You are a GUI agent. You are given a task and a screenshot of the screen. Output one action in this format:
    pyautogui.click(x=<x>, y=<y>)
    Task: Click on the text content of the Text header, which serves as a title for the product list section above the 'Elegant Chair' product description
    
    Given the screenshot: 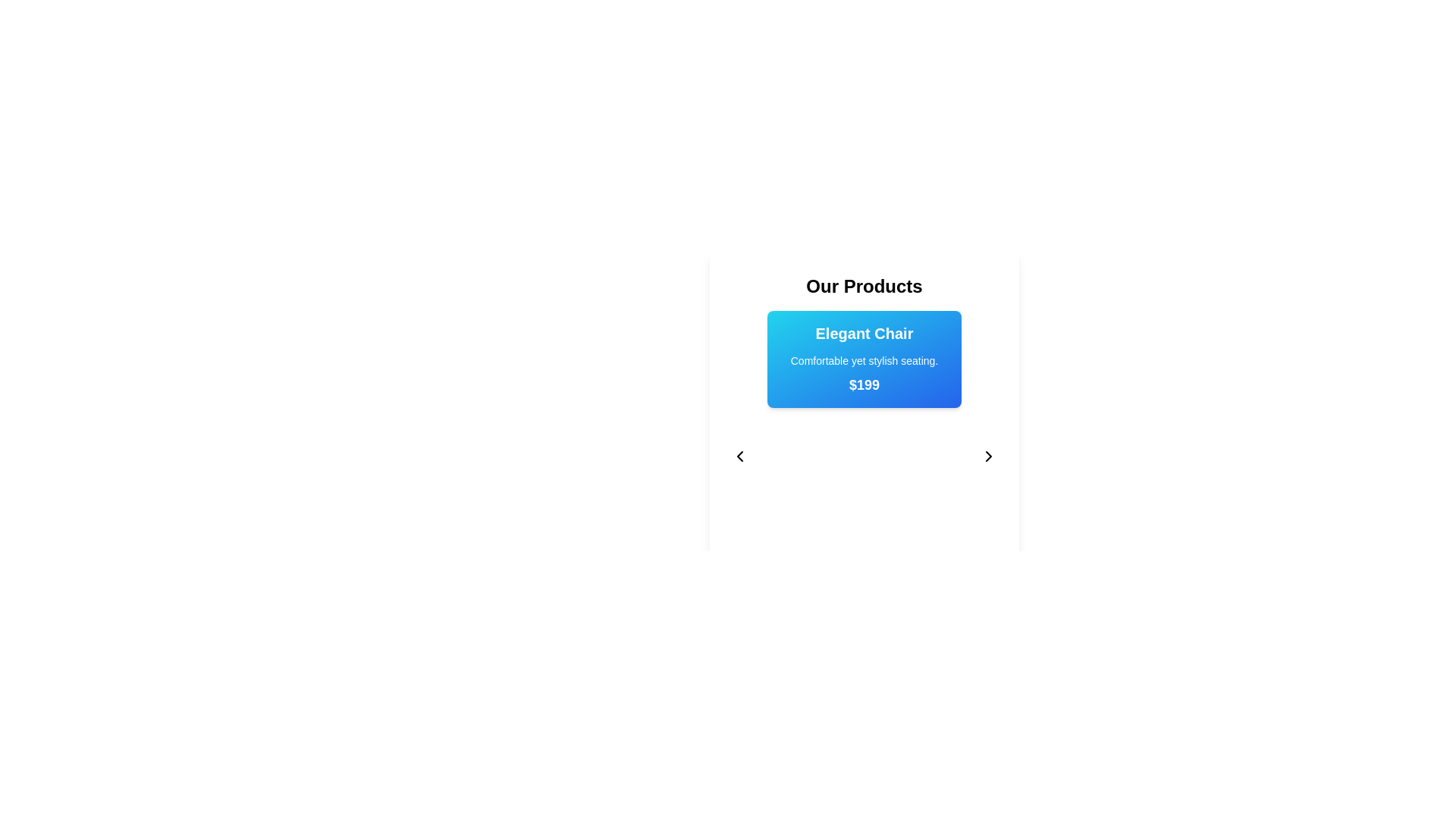 What is the action you would take?
    pyautogui.click(x=864, y=287)
    